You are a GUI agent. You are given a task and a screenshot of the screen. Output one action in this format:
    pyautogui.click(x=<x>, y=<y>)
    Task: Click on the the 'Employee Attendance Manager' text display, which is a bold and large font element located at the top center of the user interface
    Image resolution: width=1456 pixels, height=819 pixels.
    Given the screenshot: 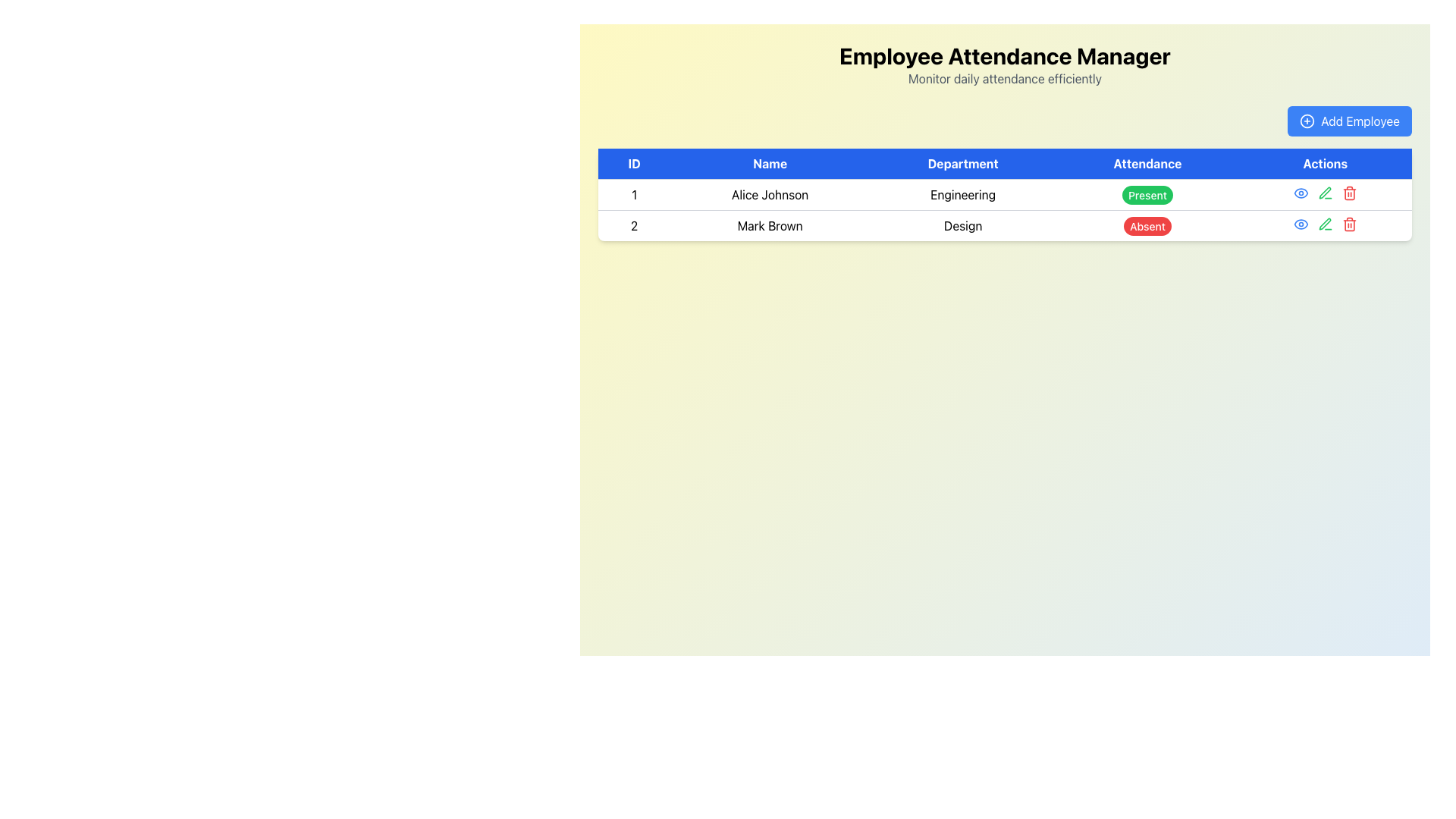 What is the action you would take?
    pyautogui.click(x=1005, y=55)
    